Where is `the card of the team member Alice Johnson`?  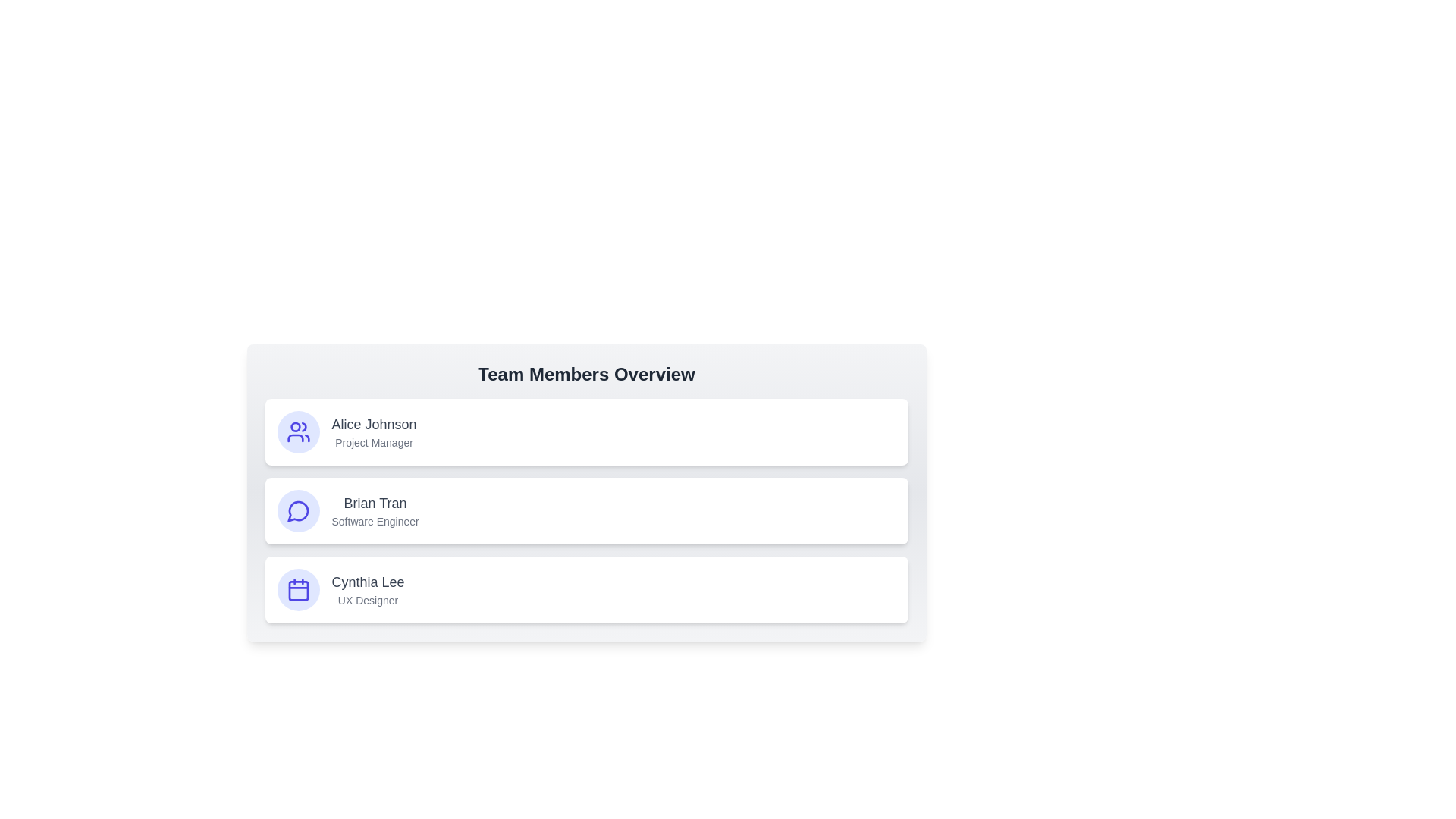 the card of the team member Alice Johnson is located at coordinates (585, 432).